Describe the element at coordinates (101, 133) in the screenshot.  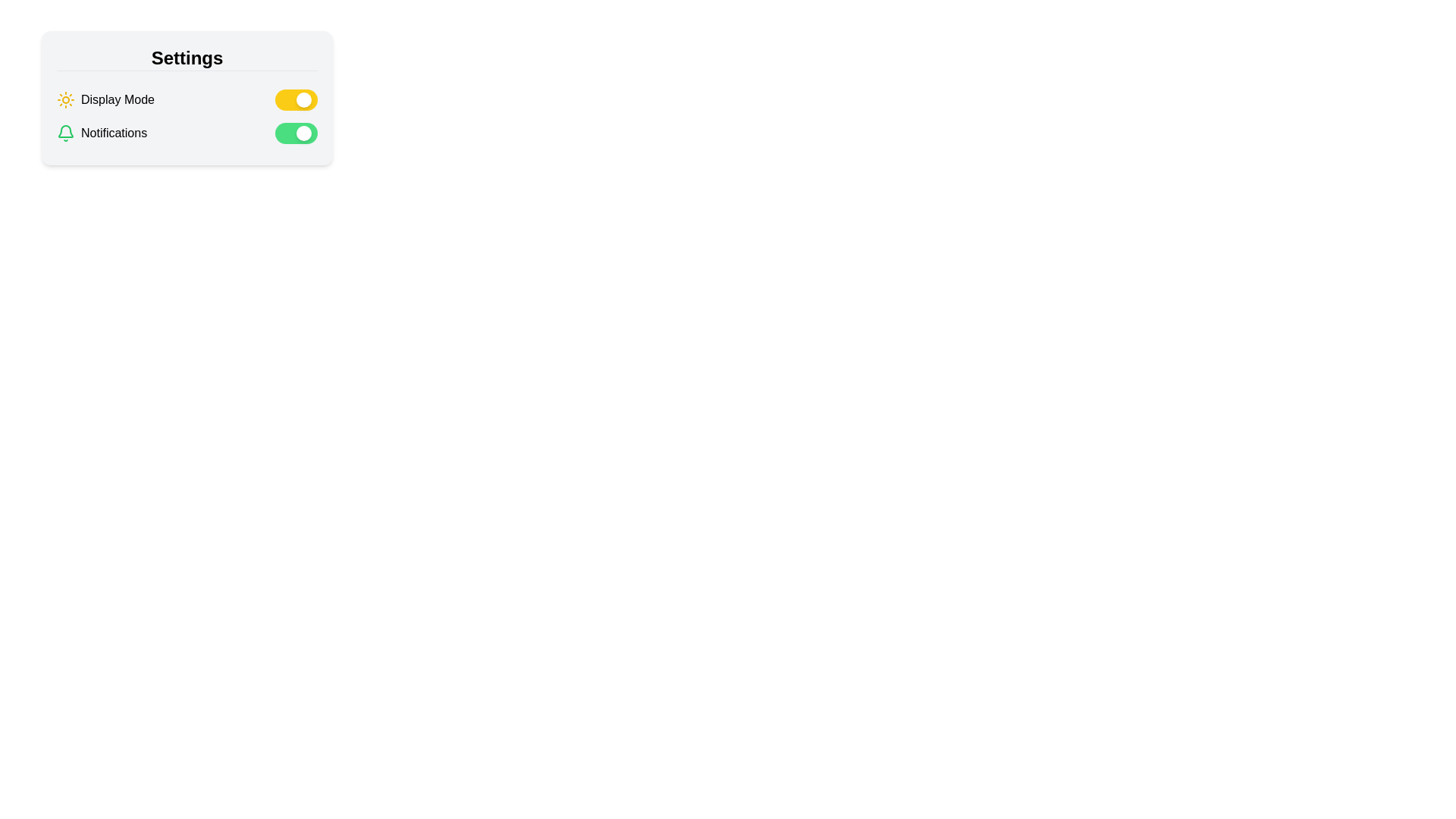
I see `the 'Notifications' label with a bell icon located in the Settings panel beneath the Display Mode toggle option` at that location.